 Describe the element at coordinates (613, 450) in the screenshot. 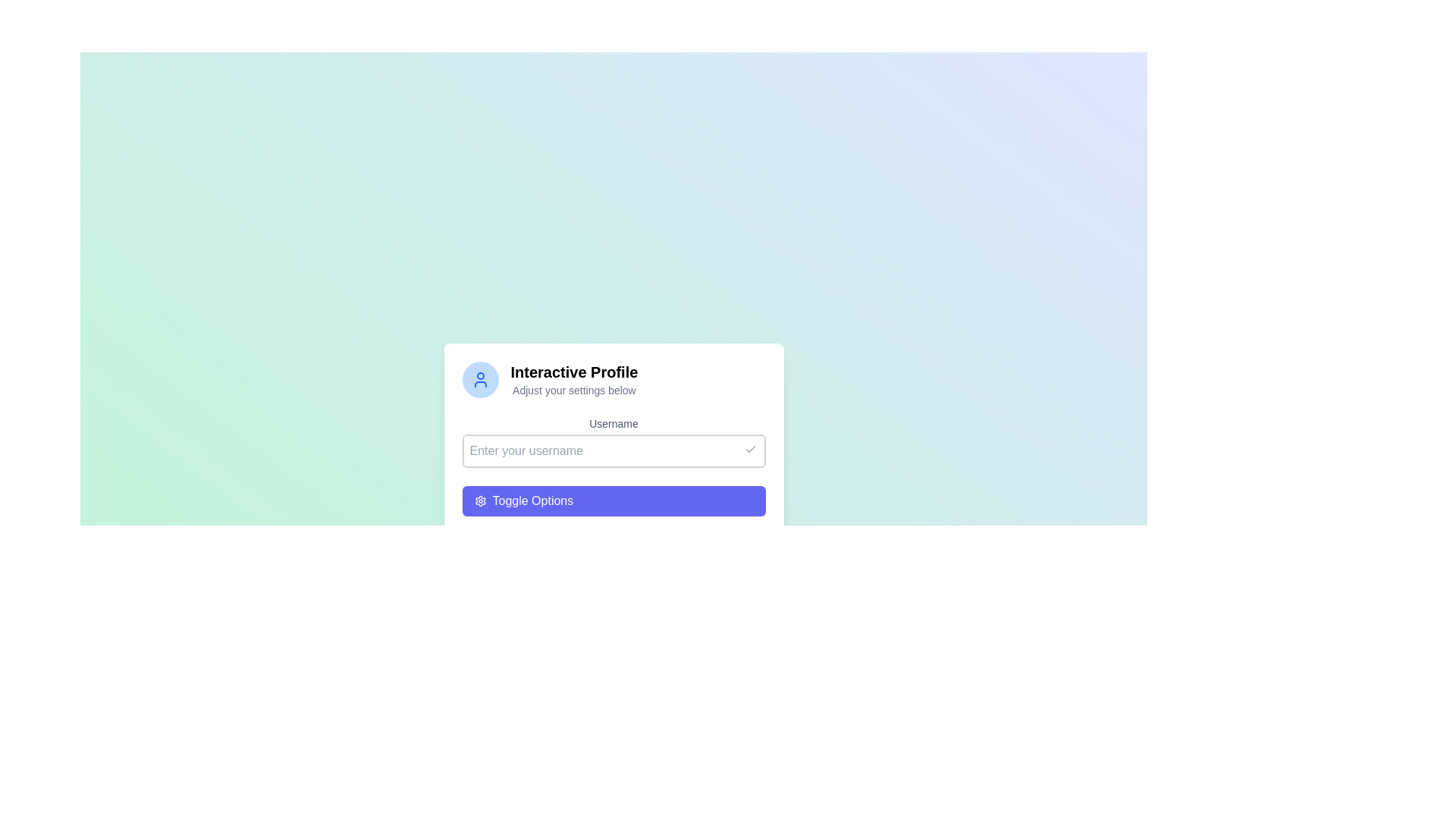

I see `the input field for entering the username, which has a light gray border and a white background, to focus it` at that location.